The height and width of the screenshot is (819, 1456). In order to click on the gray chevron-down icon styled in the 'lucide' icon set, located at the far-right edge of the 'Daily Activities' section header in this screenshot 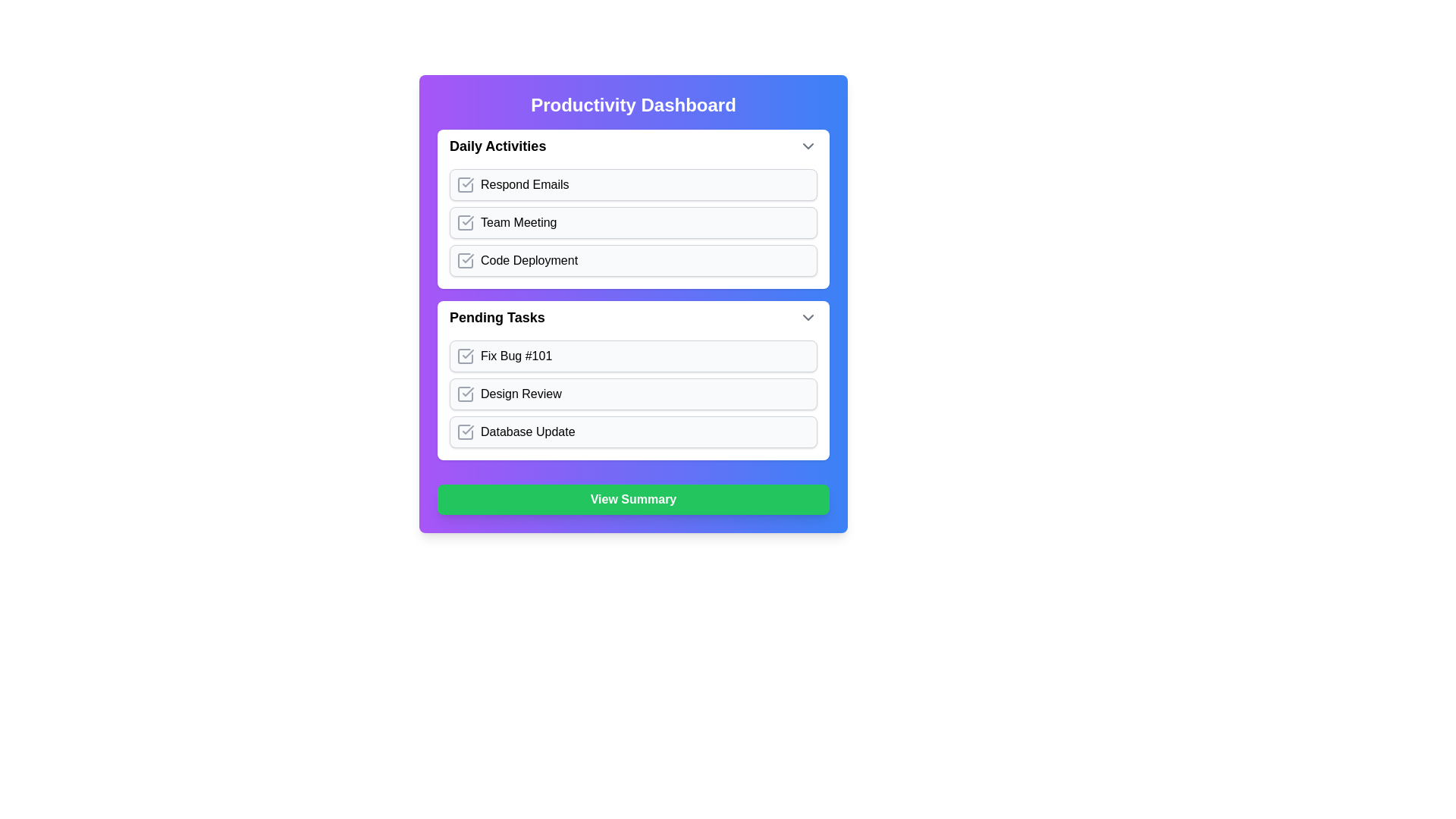, I will do `click(807, 146)`.